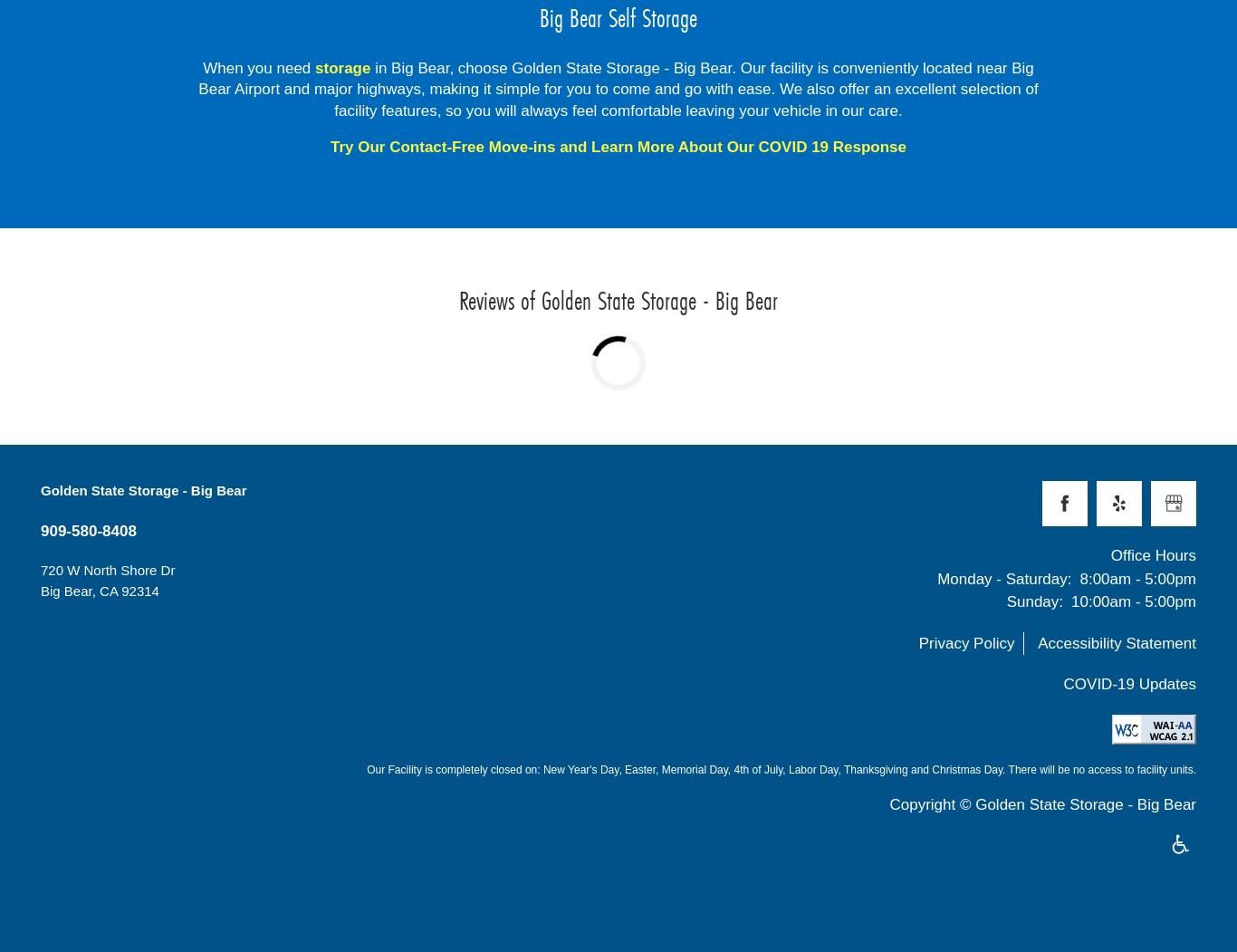  Describe the element at coordinates (617, 89) in the screenshot. I see `'in Big Bear, choose Golden State Storage - Big Bear. Our facility is conveniently located near Big Bear Airport and major highways, making it simple for you to come and go with ease. We also offer an excellent selection of facility features, so you will always feel comfortable leaving your vehicle in our care.'` at that location.